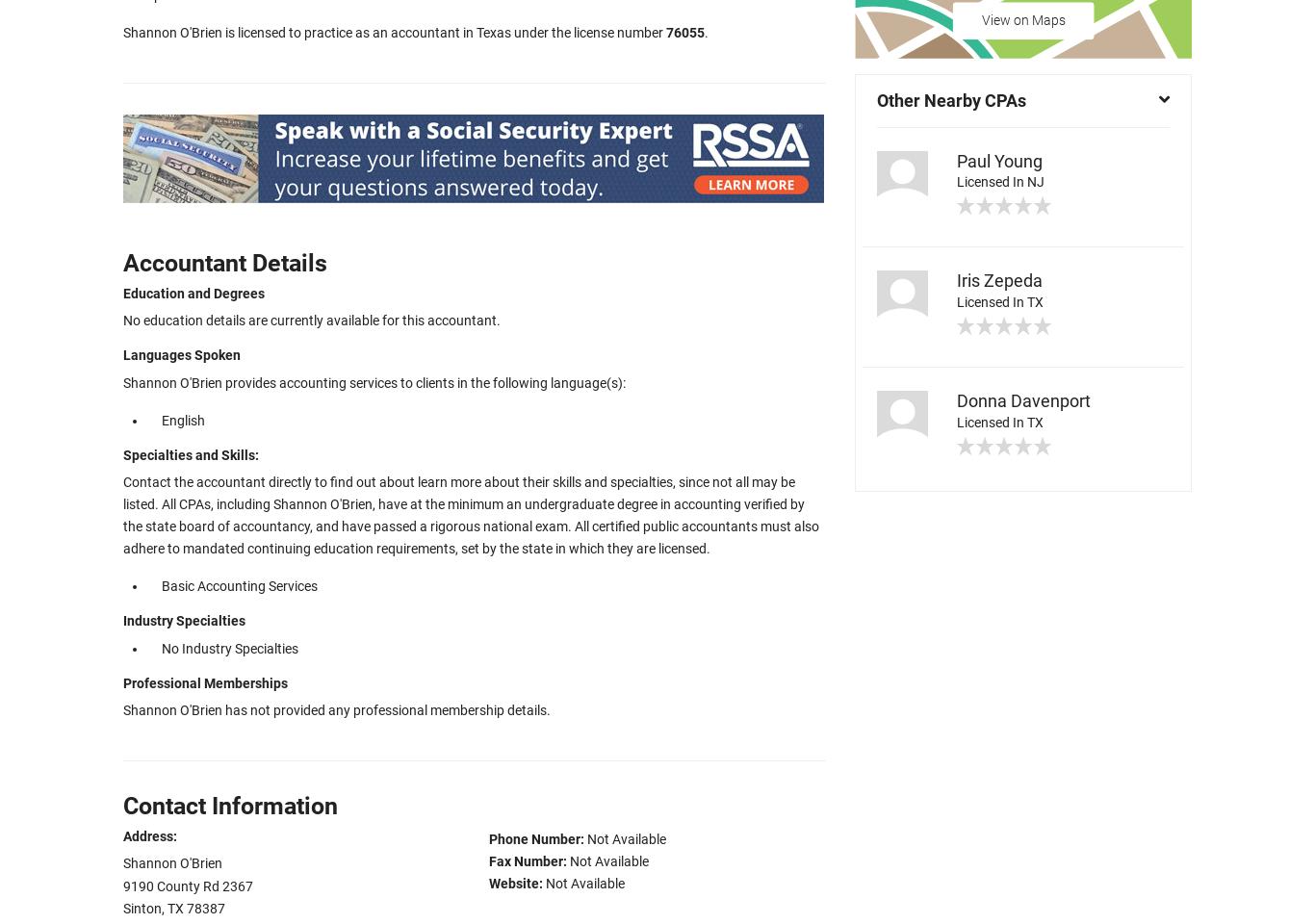 This screenshot has height=924, width=1315. What do you see at coordinates (312, 321) in the screenshot?
I see `'No education details are currently available for this accountant.'` at bounding box center [312, 321].